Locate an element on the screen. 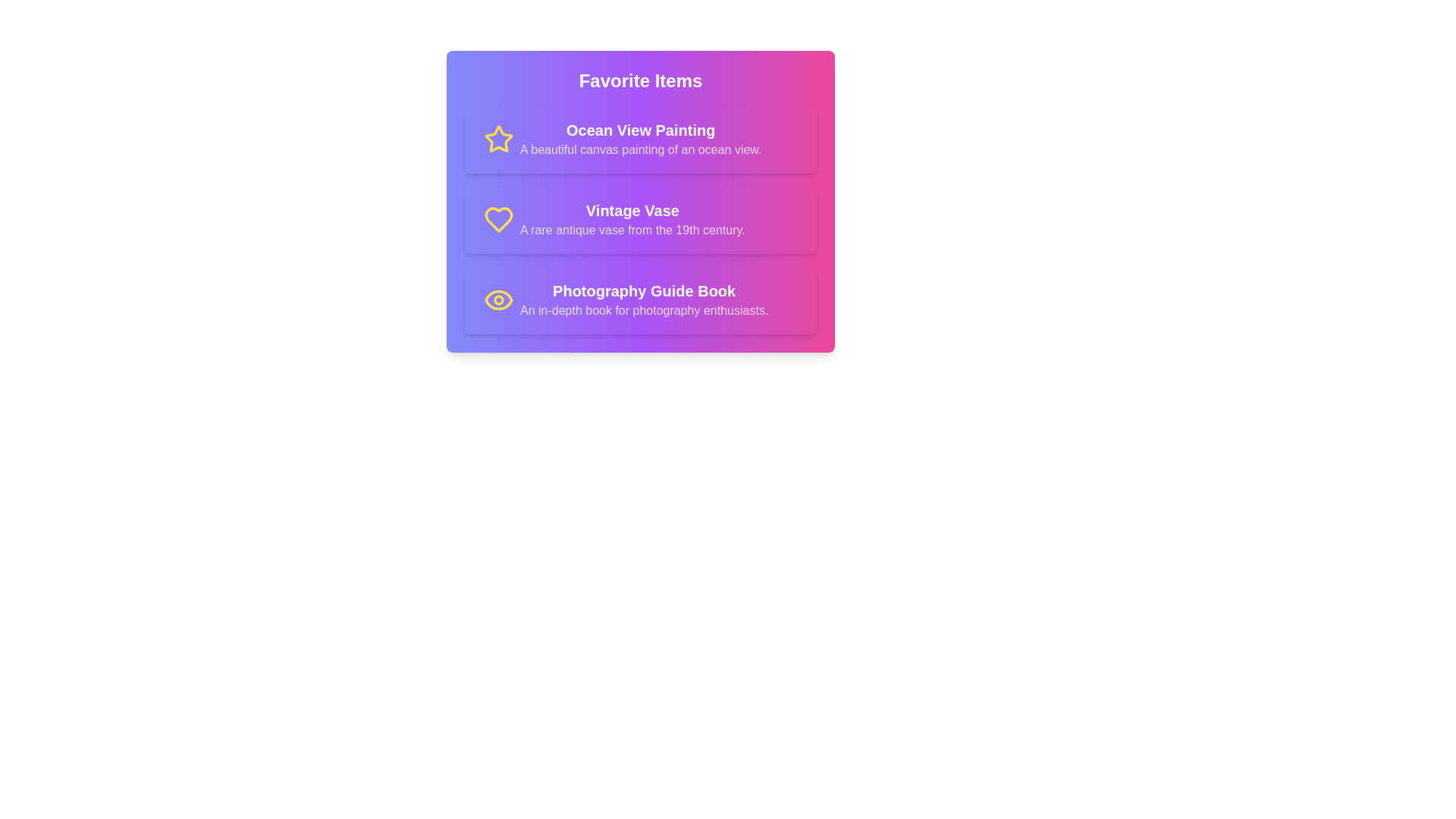 The height and width of the screenshot is (819, 1456). the item Photography Guide Book from the list is located at coordinates (640, 300).